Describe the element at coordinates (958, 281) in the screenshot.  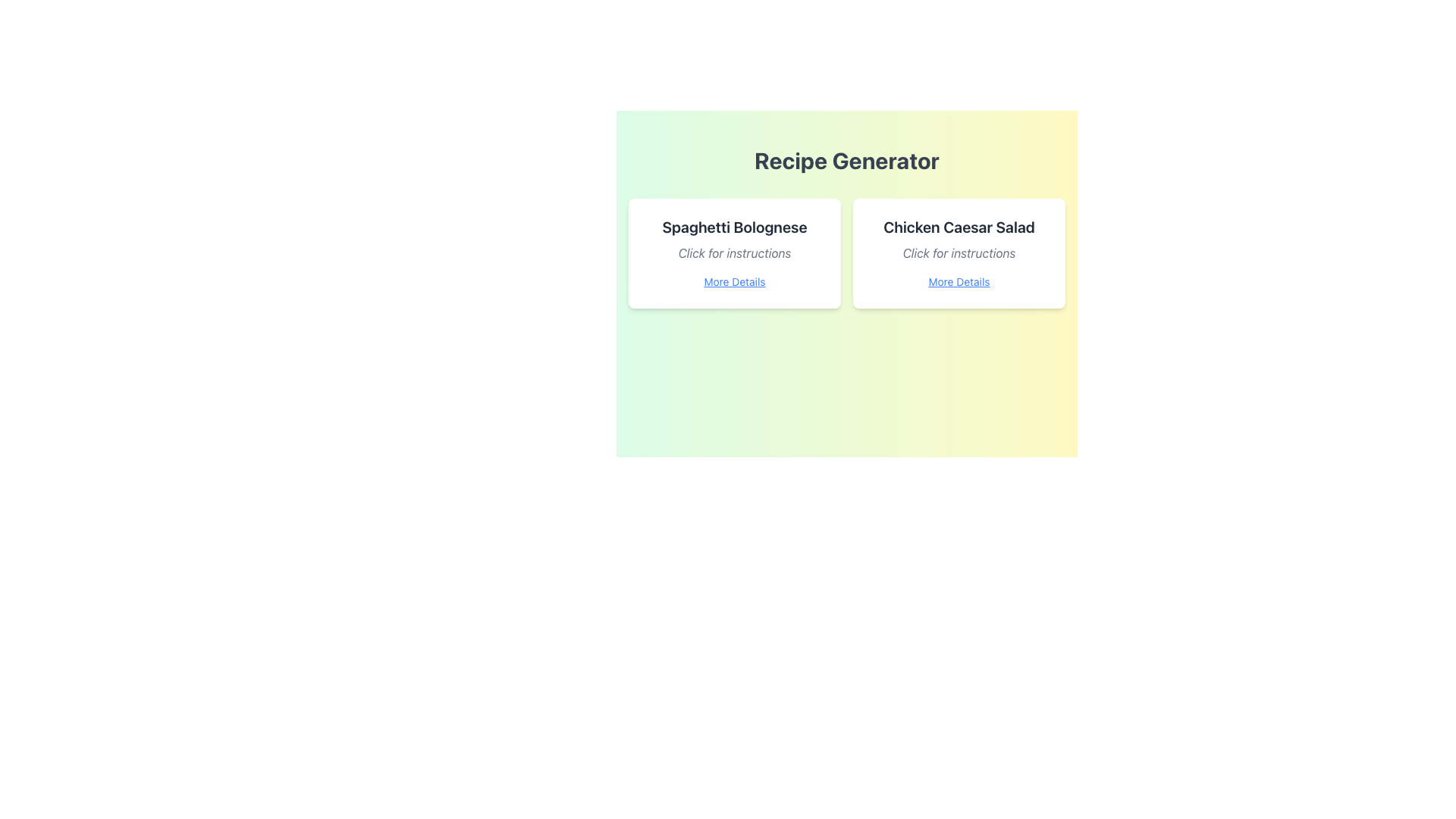
I see `the 'More Details' link, which is styled with blue color and an underline, located at the bottom of the card layout beneath 'Chicken Caesar Salad' and 'Click for instructions'` at that location.